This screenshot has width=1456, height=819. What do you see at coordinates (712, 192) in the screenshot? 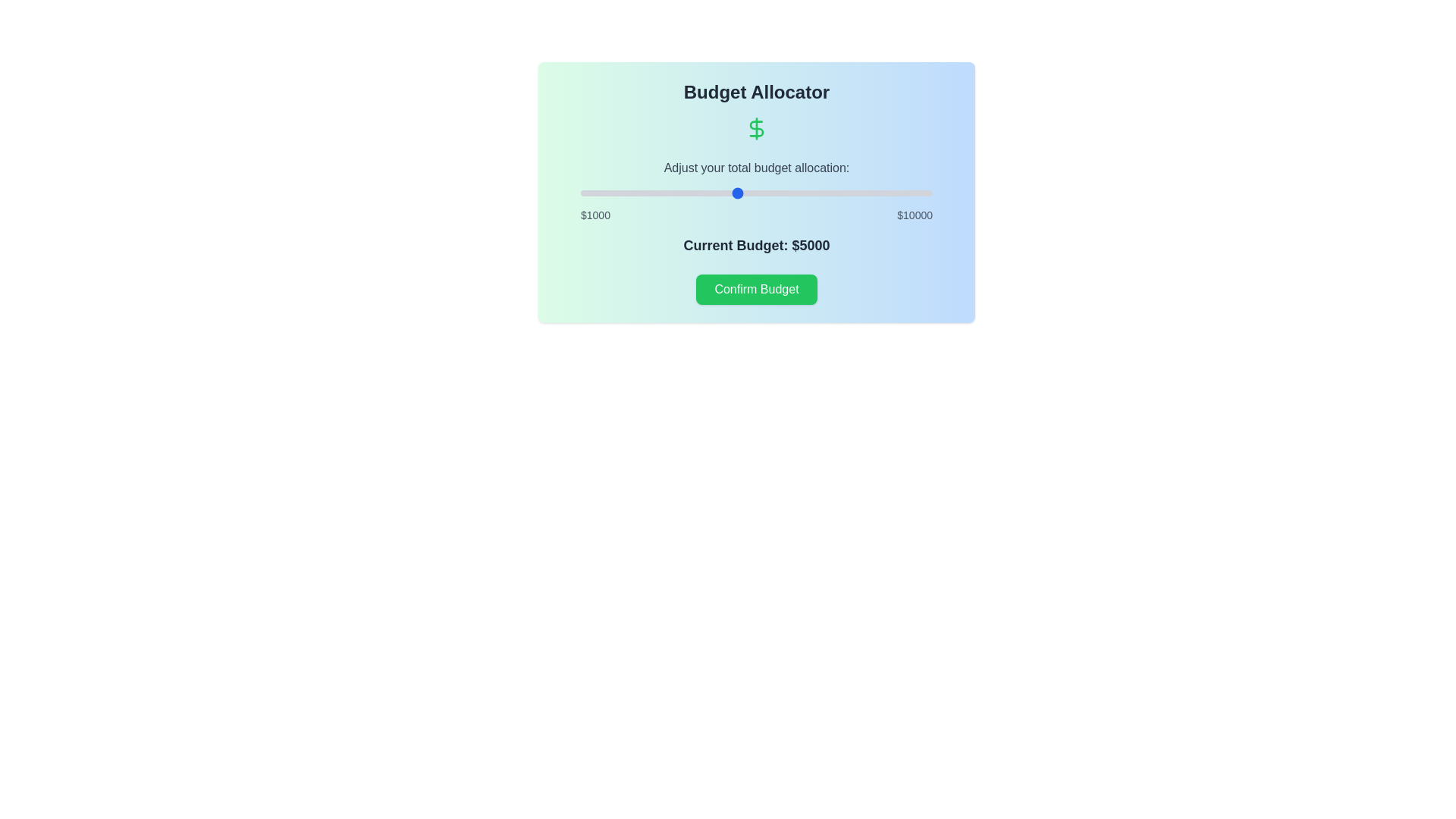
I see `the budget slider to set the budget to 4375 dollars` at bounding box center [712, 192].